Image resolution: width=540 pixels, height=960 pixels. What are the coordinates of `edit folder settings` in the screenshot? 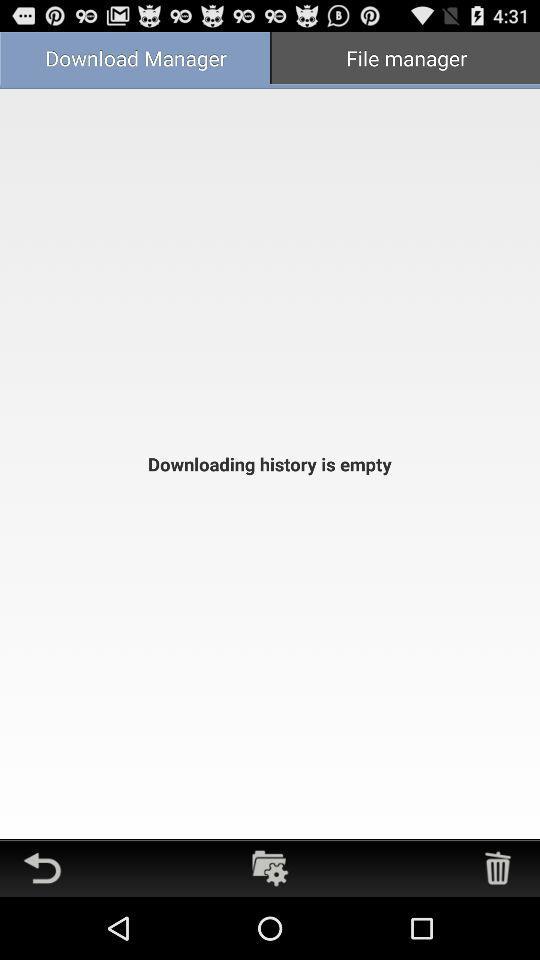 It's located at (270, 867).